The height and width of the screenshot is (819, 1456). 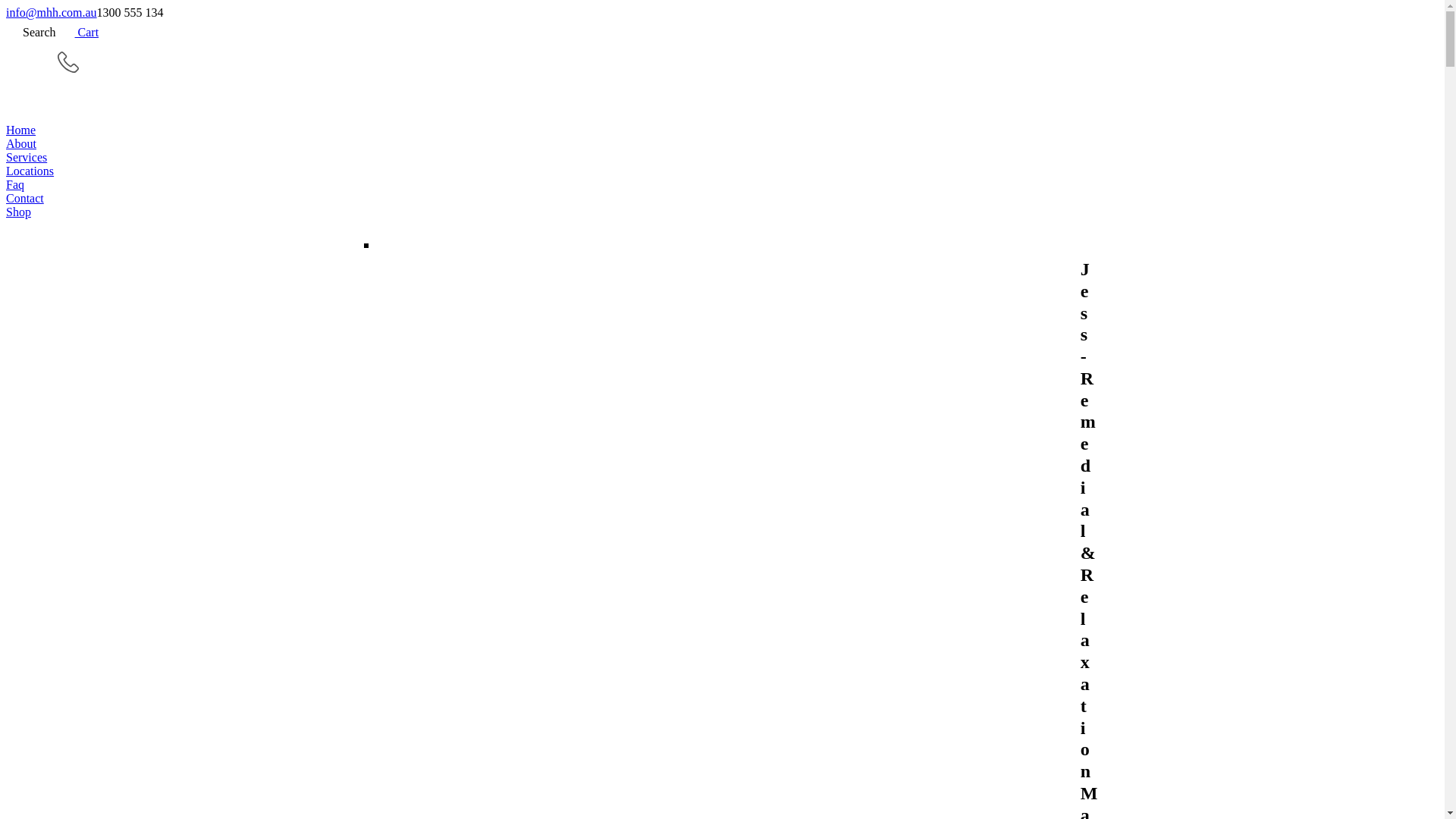 I want to click on 'Services', so click(x=721, y=158).